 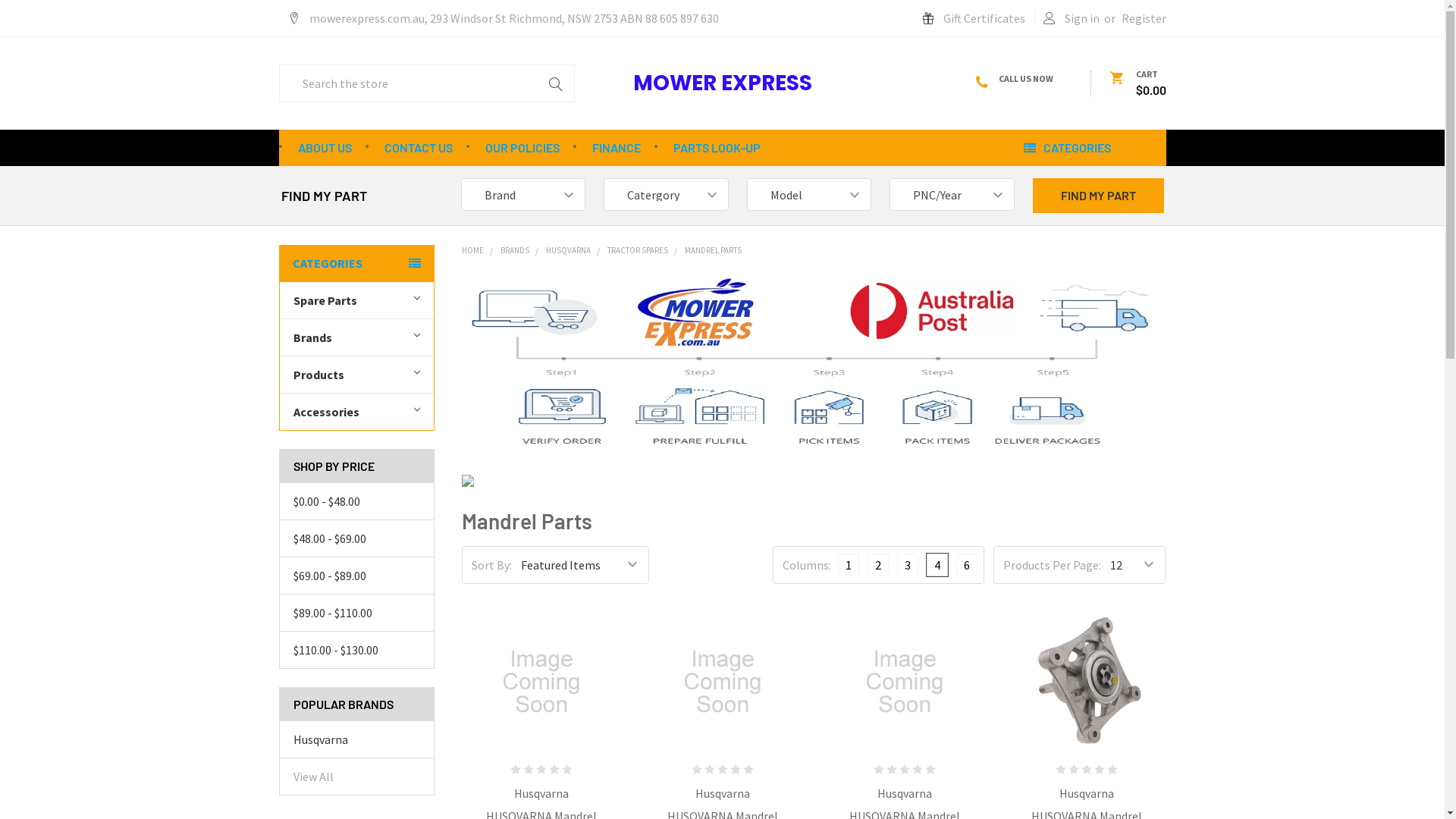 I want to click on 'Search', so click(x=555, y=83).